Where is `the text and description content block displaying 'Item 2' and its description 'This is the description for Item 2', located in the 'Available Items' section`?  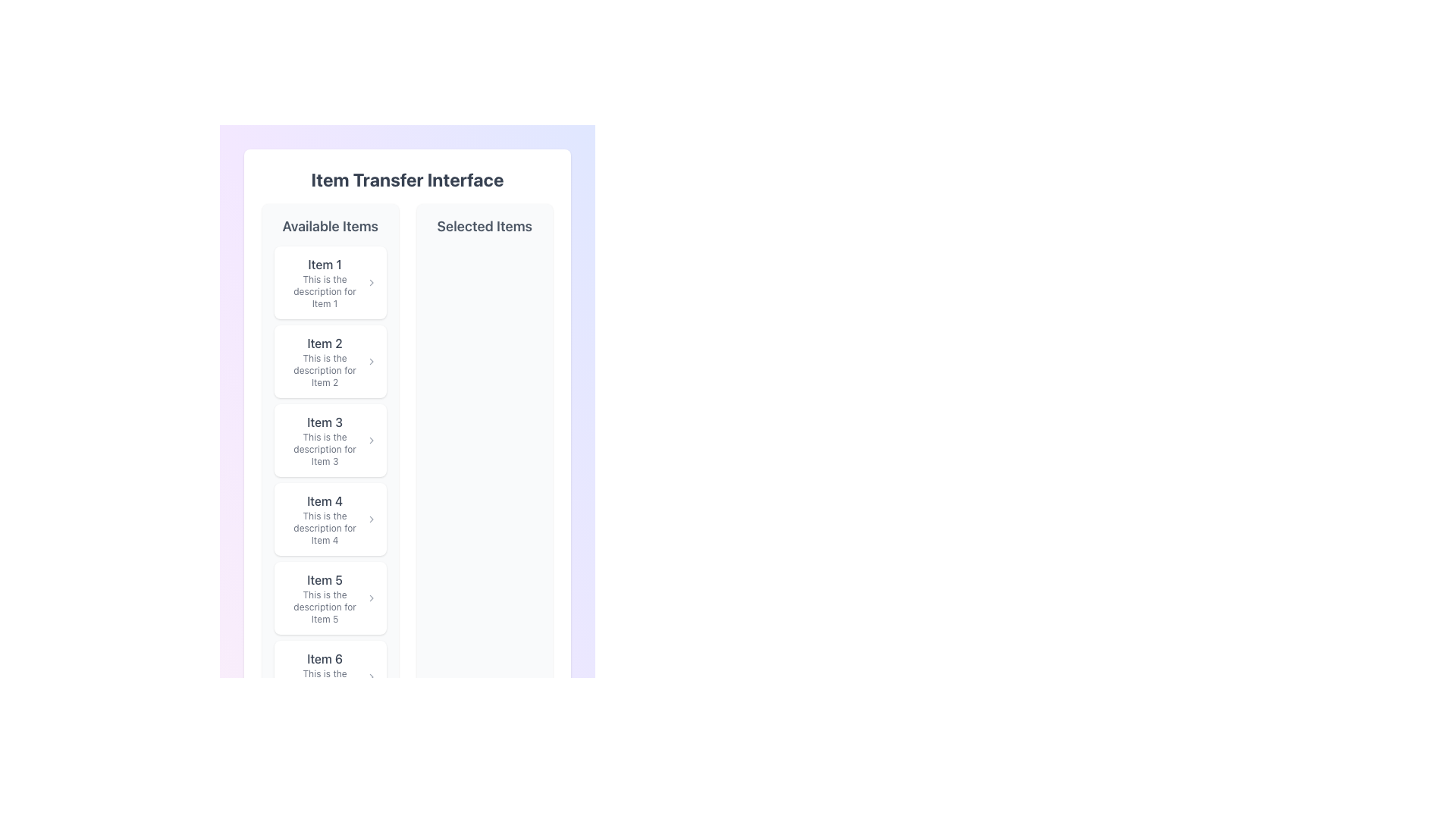 the text and description content block displaying 'Item 2' and its description 'This is the description for Item 2', located in the 'Available Items' section is located at coordinates (324, 362).